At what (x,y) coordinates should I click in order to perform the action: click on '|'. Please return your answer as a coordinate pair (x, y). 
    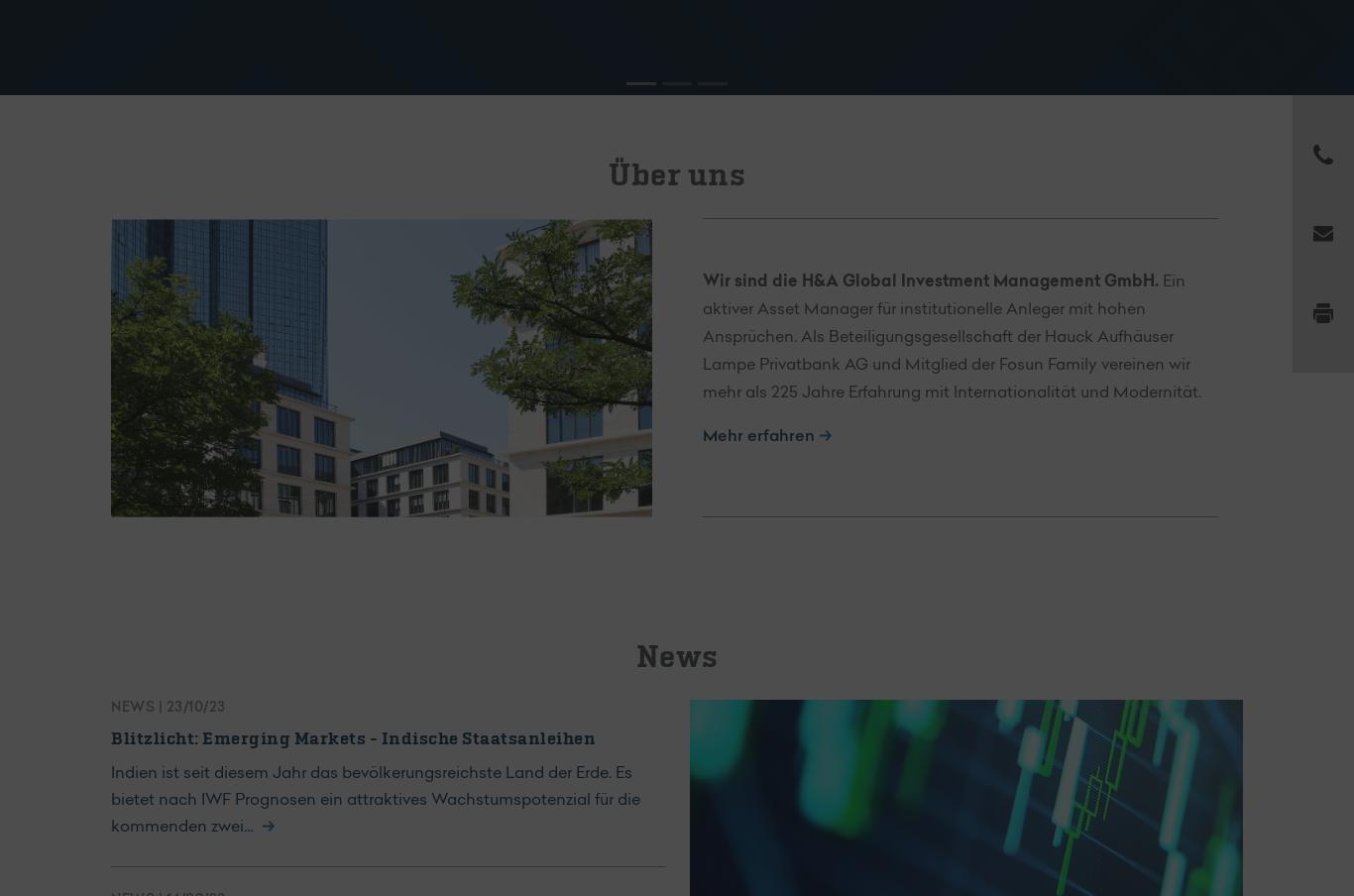
    Looking at the image, I should click on (160, 707).